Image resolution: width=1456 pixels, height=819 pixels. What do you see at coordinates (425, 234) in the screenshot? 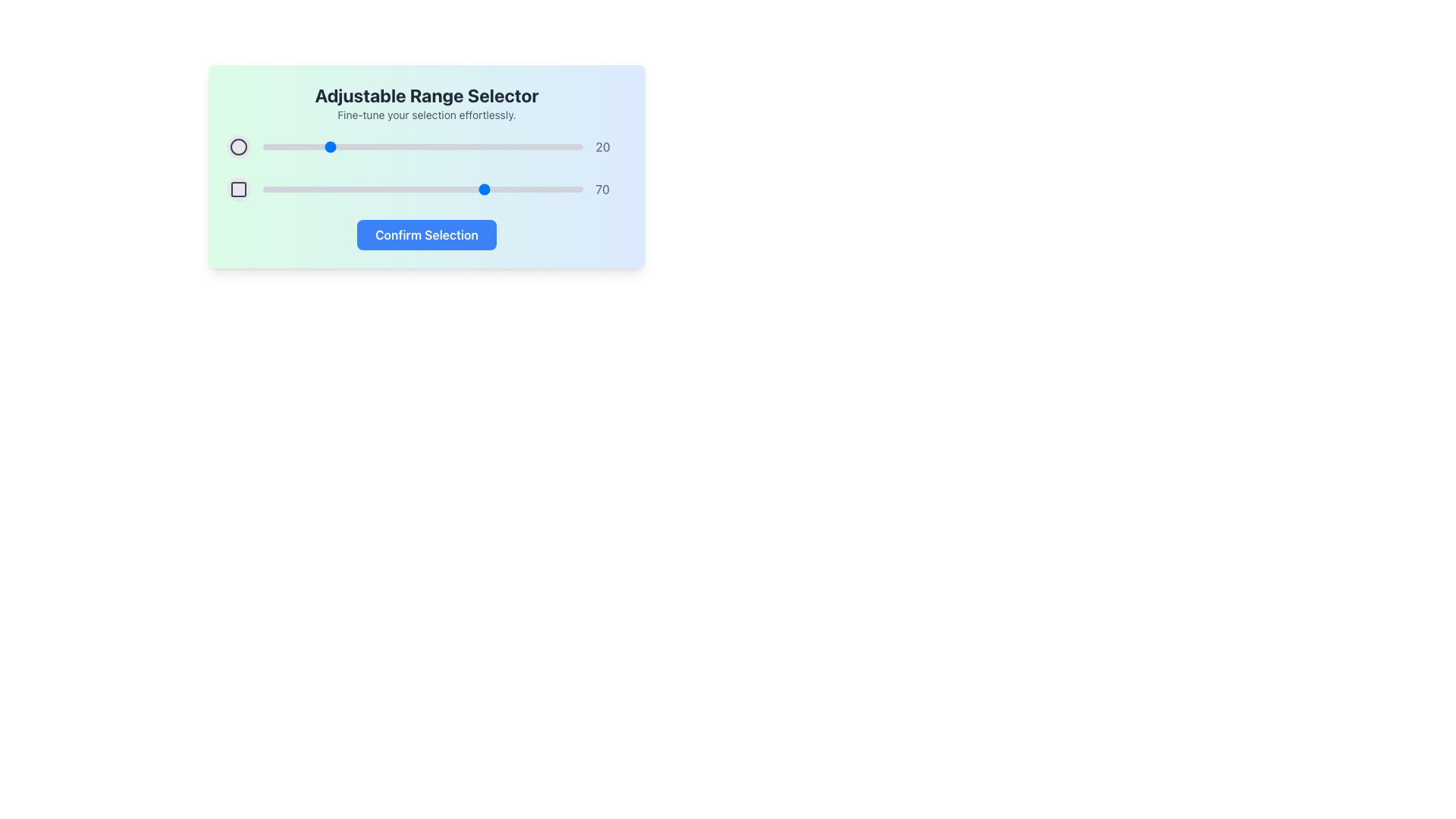
I see `the 'Confirm Selection' button with a bold blue background` at bounding box center [425, 234].